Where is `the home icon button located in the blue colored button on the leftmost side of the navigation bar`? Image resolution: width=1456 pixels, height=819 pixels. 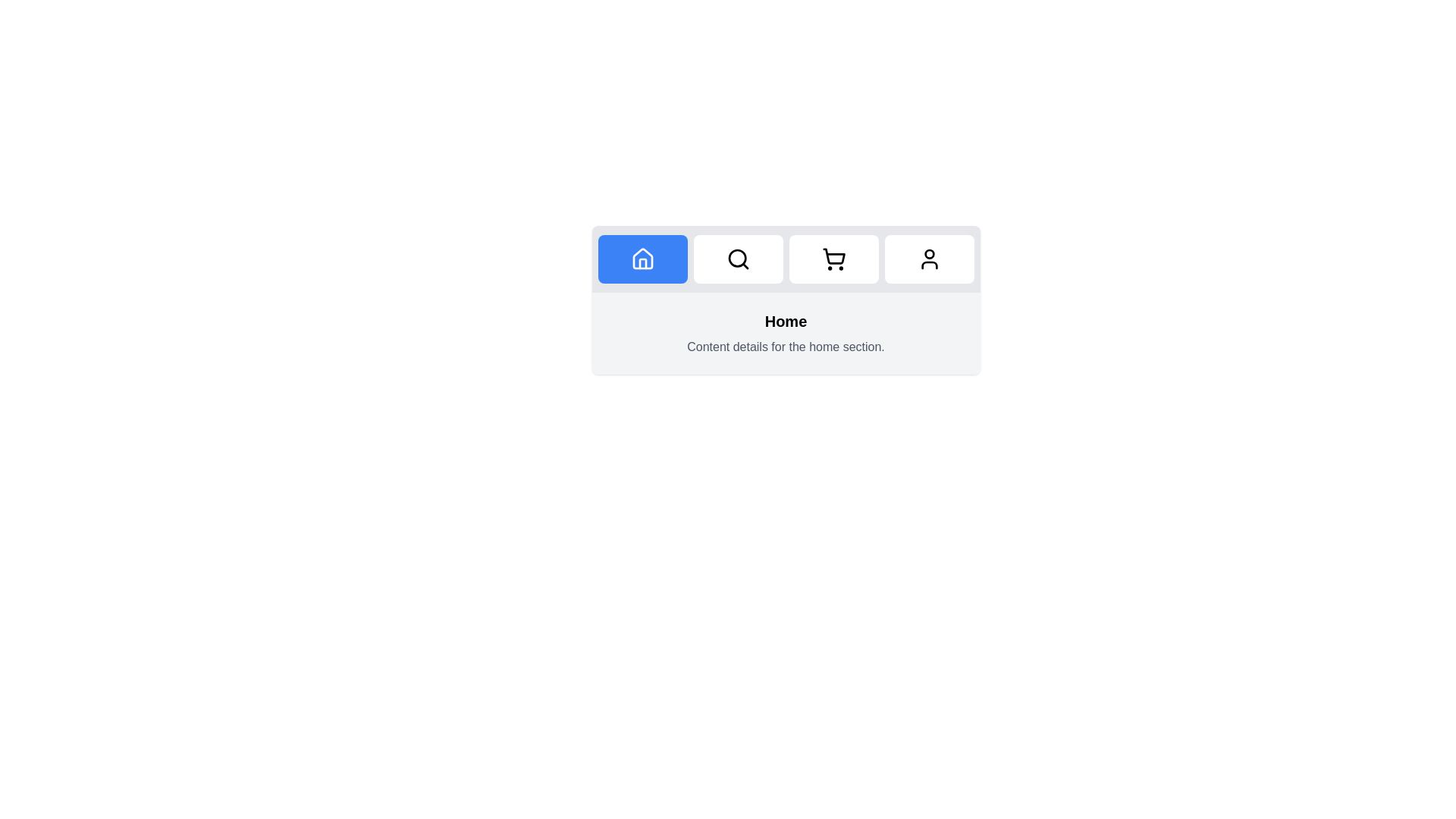 the home icon button located in the blue colored button on the leftmost side of the navigation bar is located at coordinates (642, 259).